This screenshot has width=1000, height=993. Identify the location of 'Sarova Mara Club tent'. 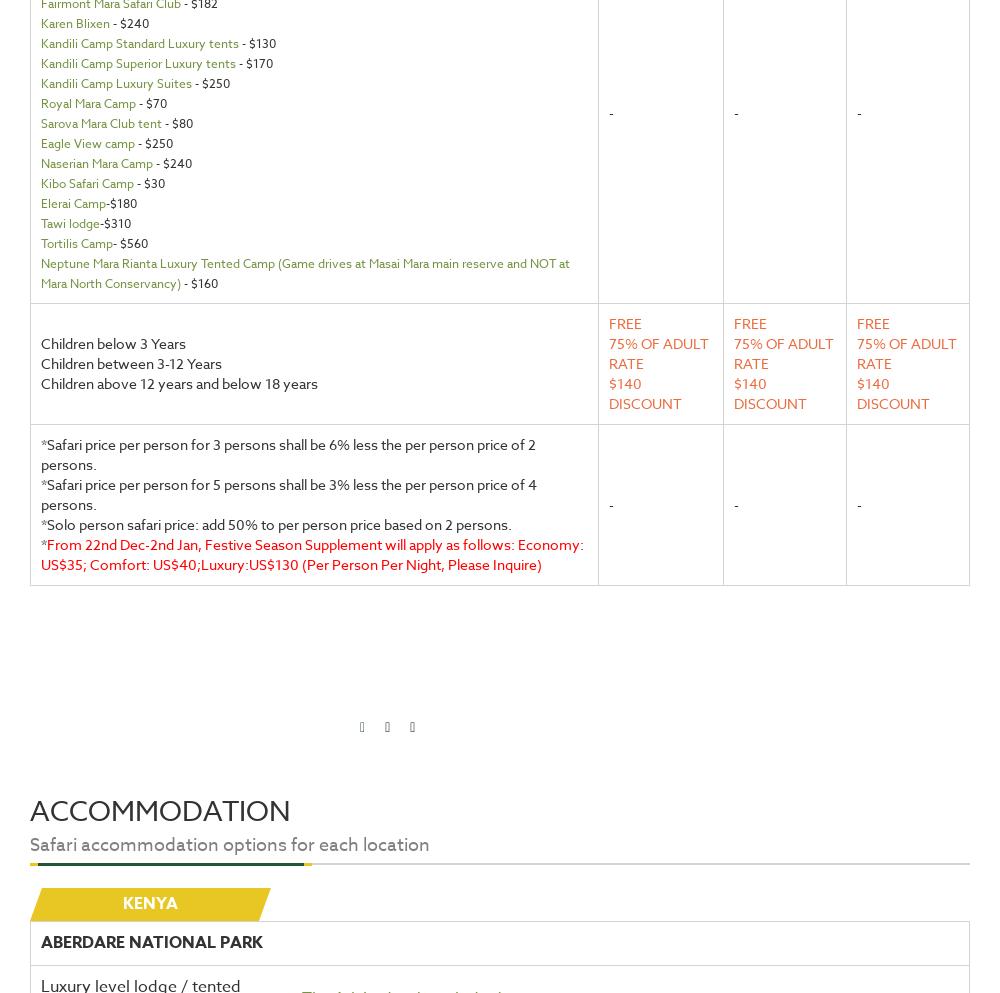
(100, 123).